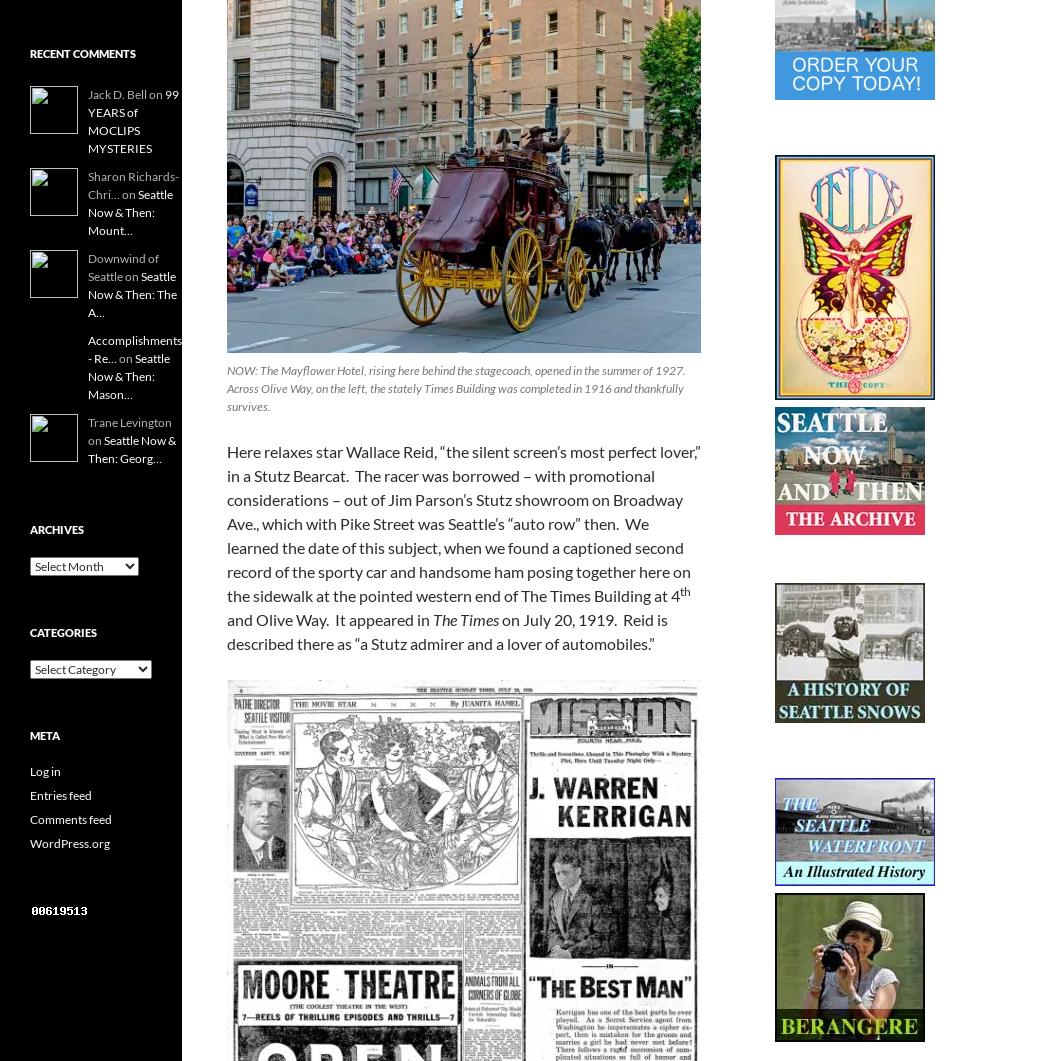 The width and height of the screenshot is (1050, 1061). Describe the element at coordinates (465, 618) in the screenshot. I see `'The Times'` at that location.